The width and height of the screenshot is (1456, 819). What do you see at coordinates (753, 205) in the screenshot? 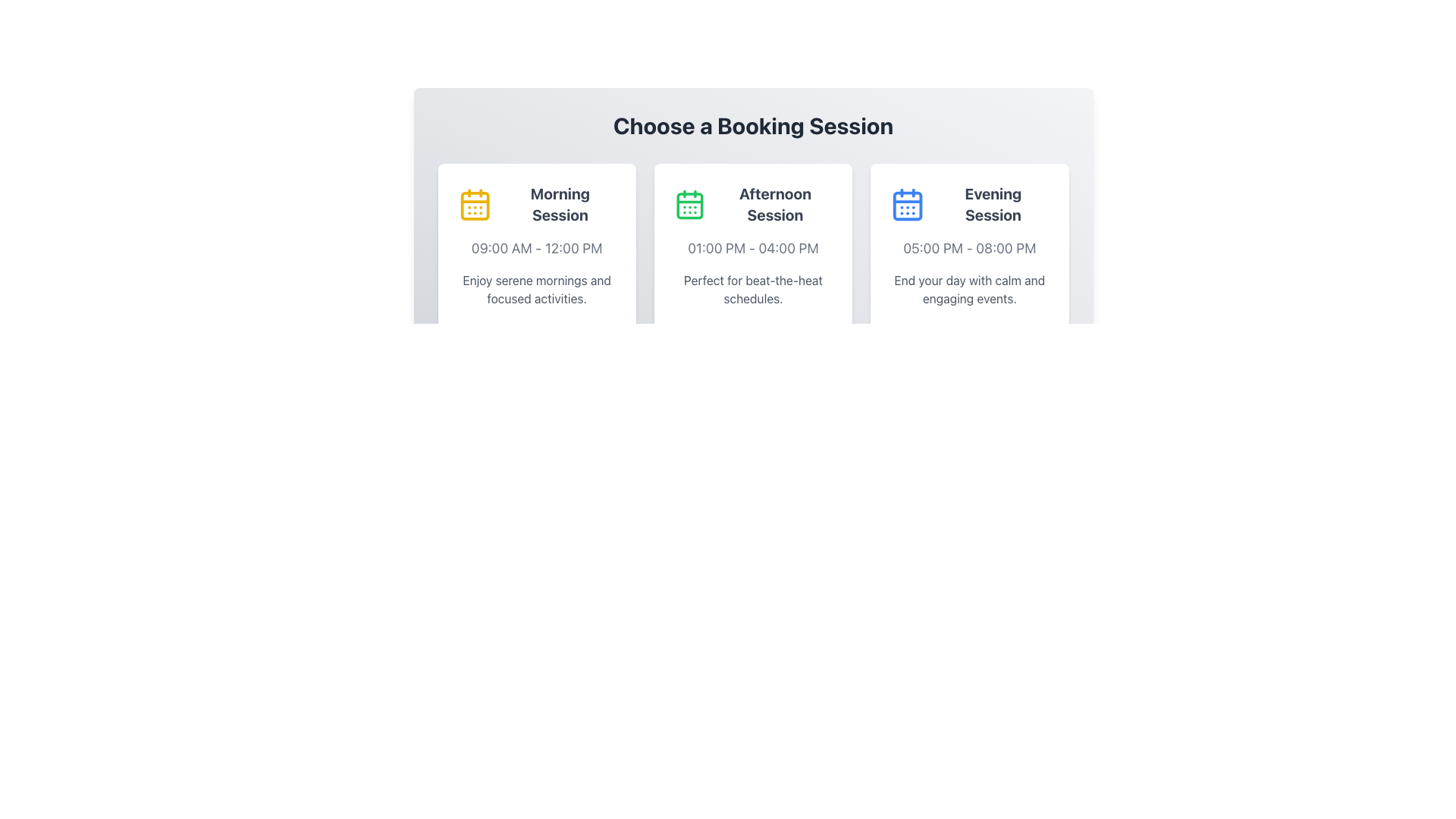
I see `text displayed in the bold font style saying 'Afternoon Session' located in the middle card among three booking session cards` at bounding box center [753, 205].